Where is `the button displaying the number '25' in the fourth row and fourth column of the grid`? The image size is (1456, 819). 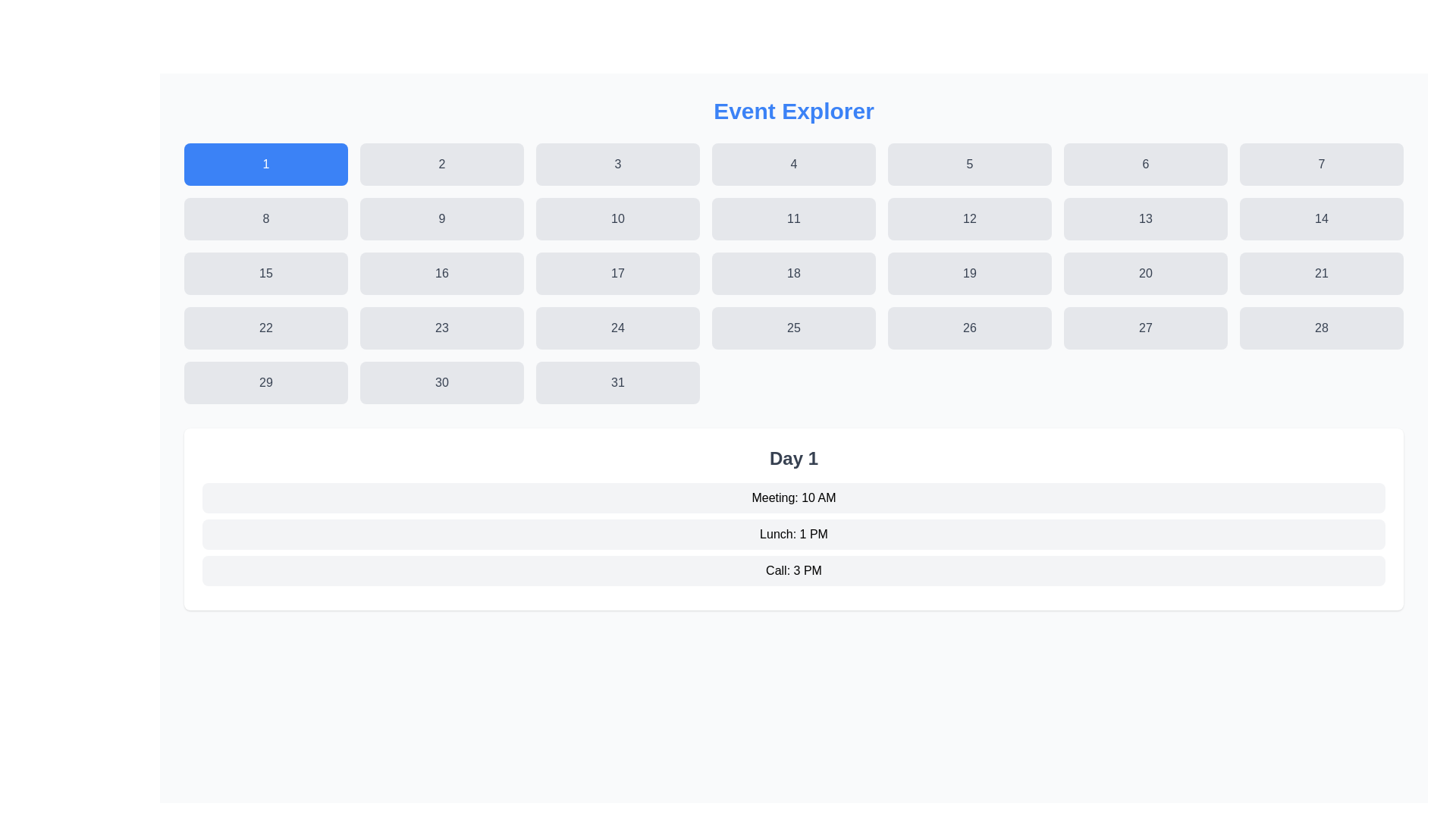
the button displaying the number '25' in the fourth row and fourth column of the grid is located at coordinates (792, 327).